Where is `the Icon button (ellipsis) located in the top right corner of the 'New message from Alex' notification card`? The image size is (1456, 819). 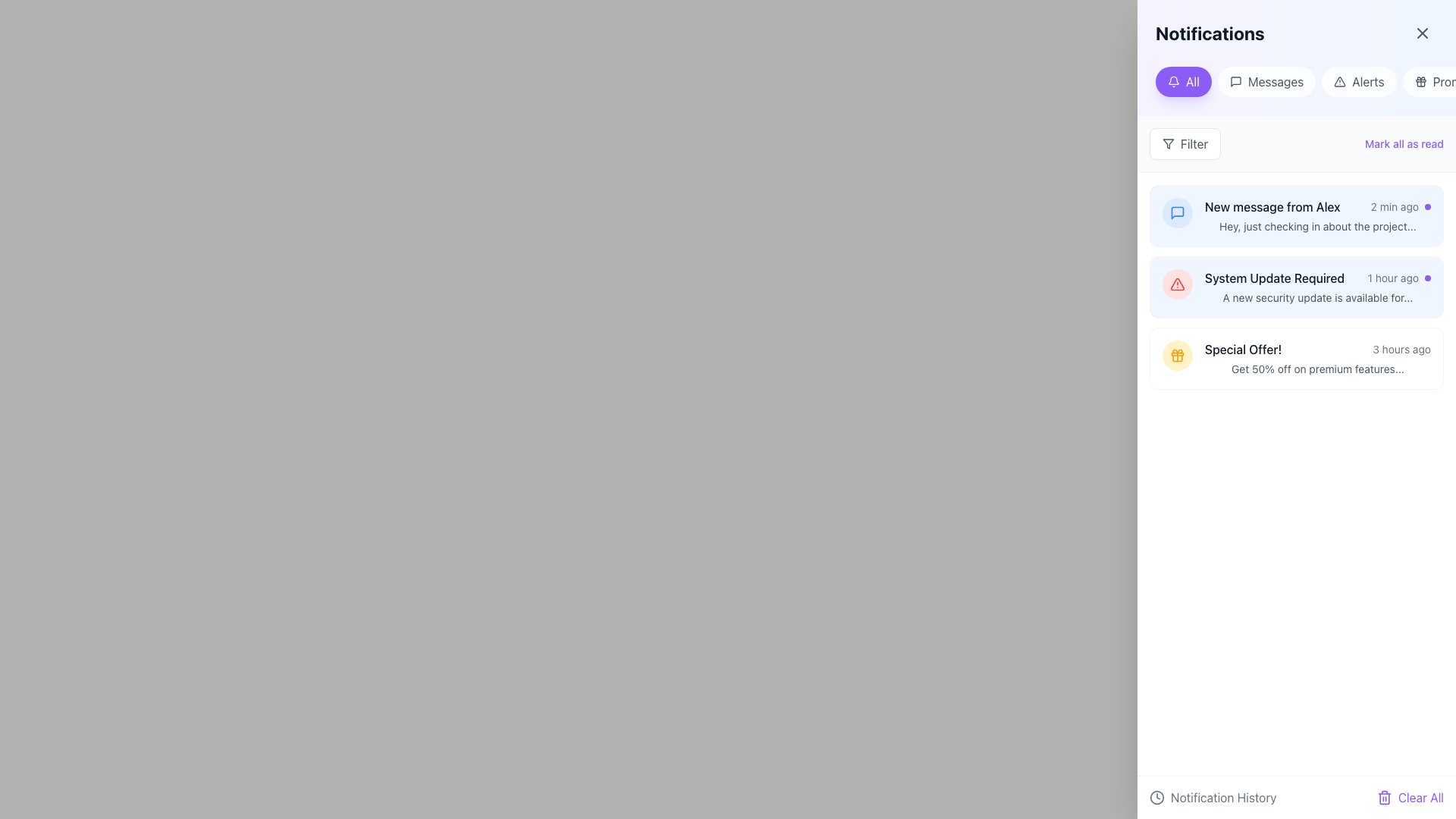
the Icon button (ellipsis) located in the top right corner of the 'New message from Alex' notification card is located at coordinates (1418, 216).